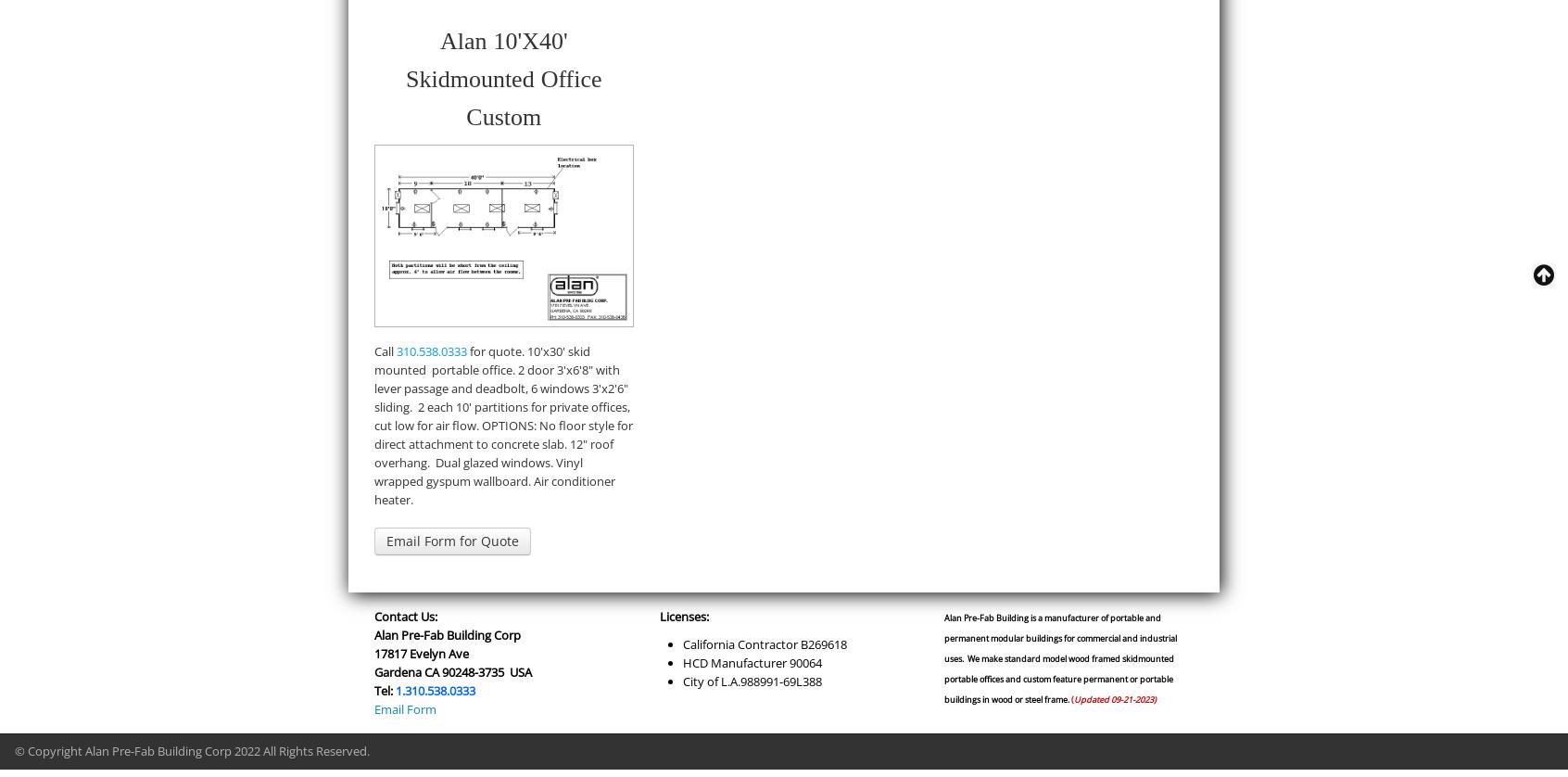 This screenshot has height=777, width=1568. What do you see at coordinates (1071, 697) in the screenshot?
I see `'('` at bounding box center [1071, 697].